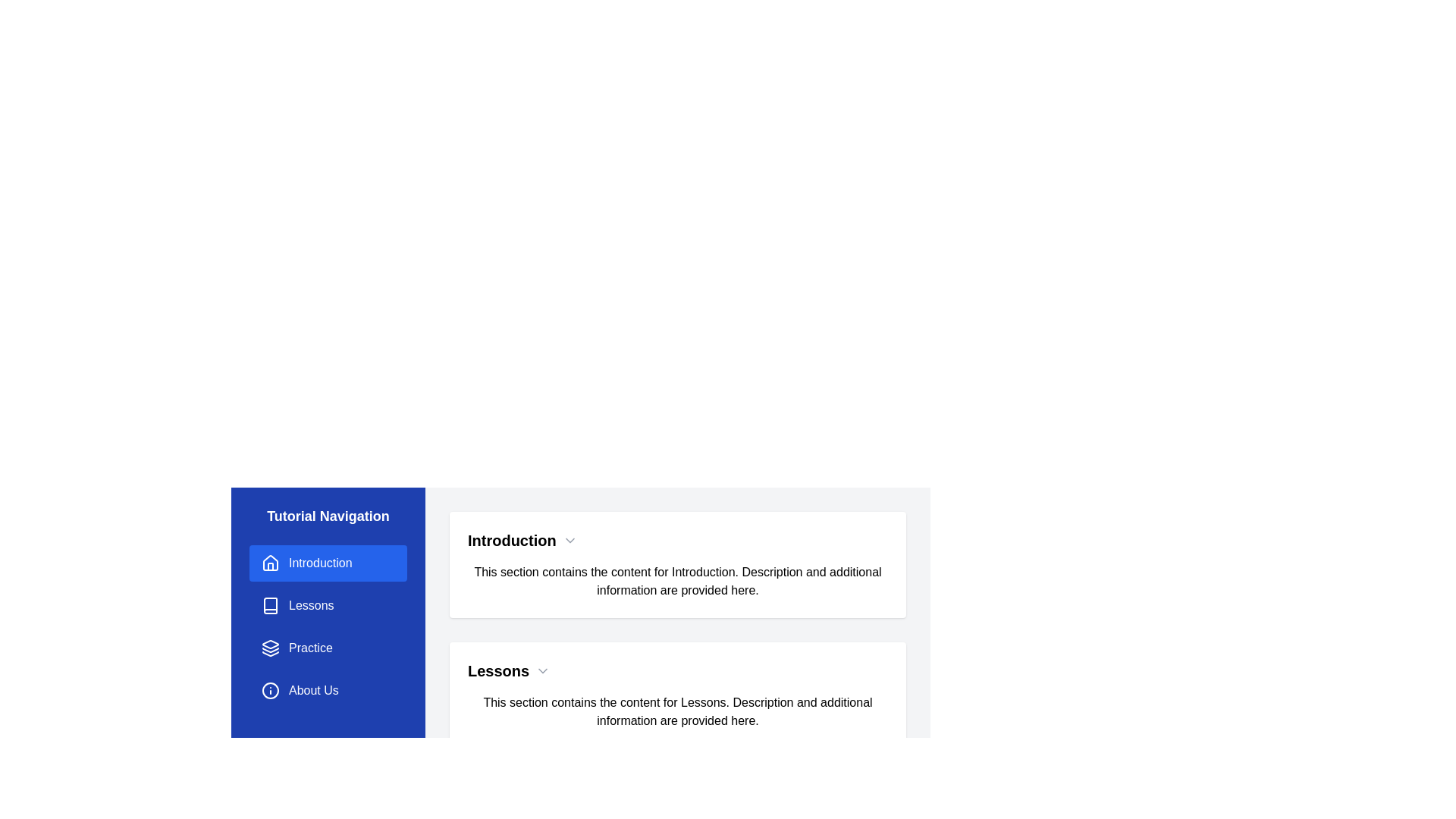 This screenshot has width=1456, height=819. What do you see at coordinates (569, 540) in the screenshot?
I see `the icon located at the right end of the 'Introduction' heading` at bounding box center [569, 540].